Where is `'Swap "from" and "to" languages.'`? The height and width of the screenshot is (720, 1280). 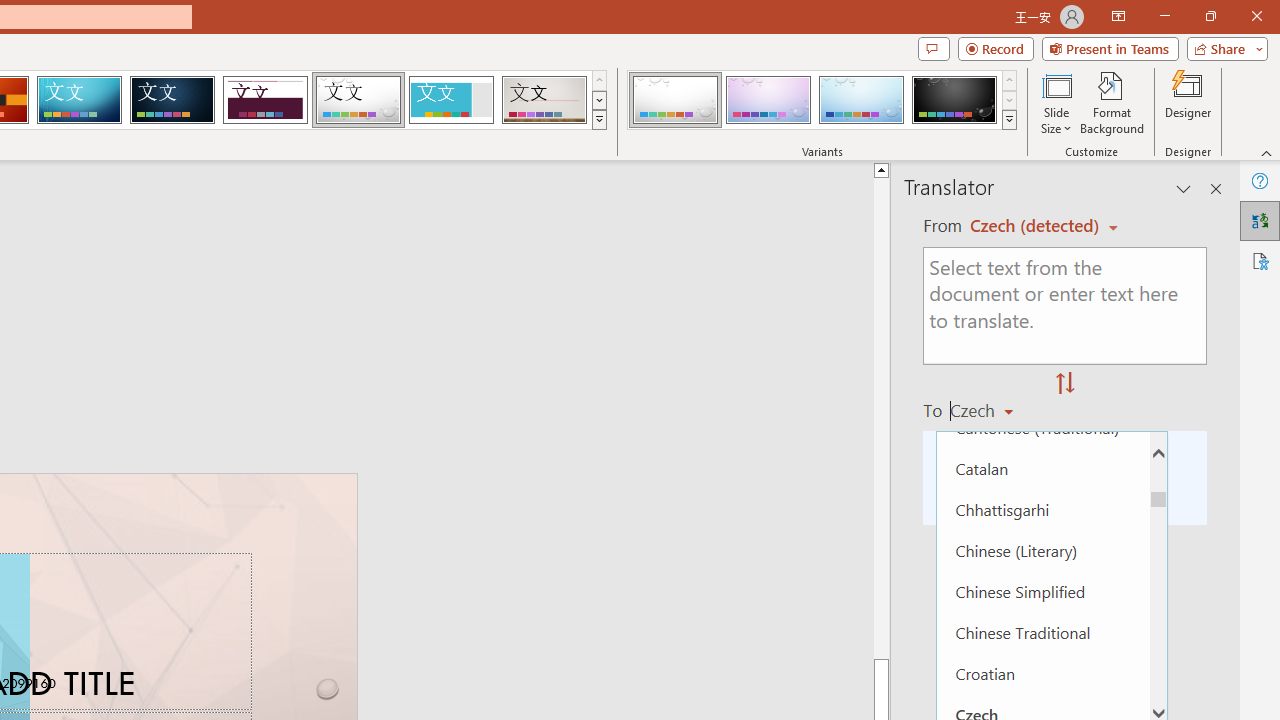
'Swap "from" and "to" languages.' is located at coordinates (1064, 384).